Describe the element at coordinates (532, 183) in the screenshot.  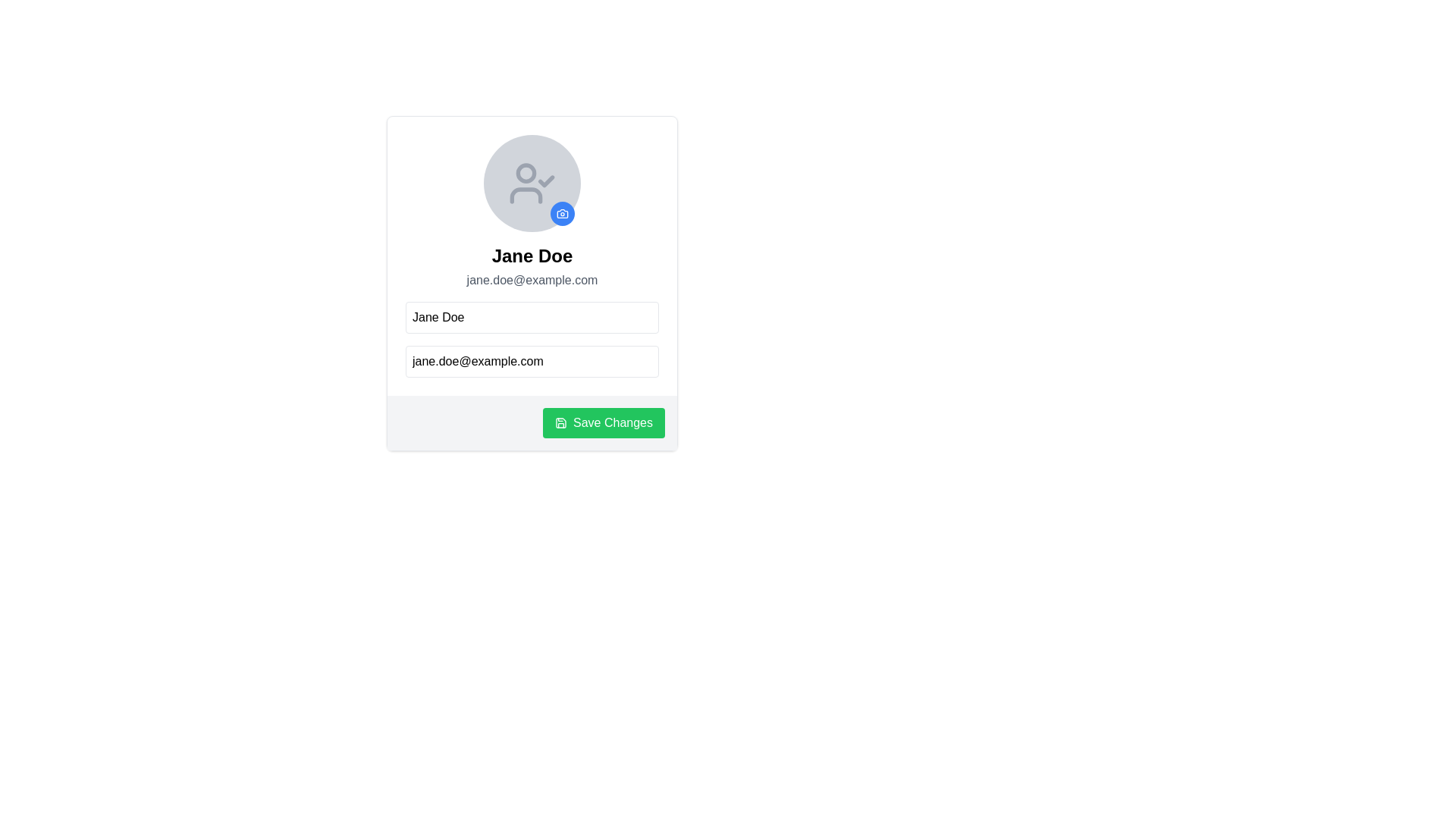
I see `the circular profile picture placeholder with a user-icon and a checkmark symbol, located above the text 'Jane Doe' and 'jane.doe@example.com'` at that location.